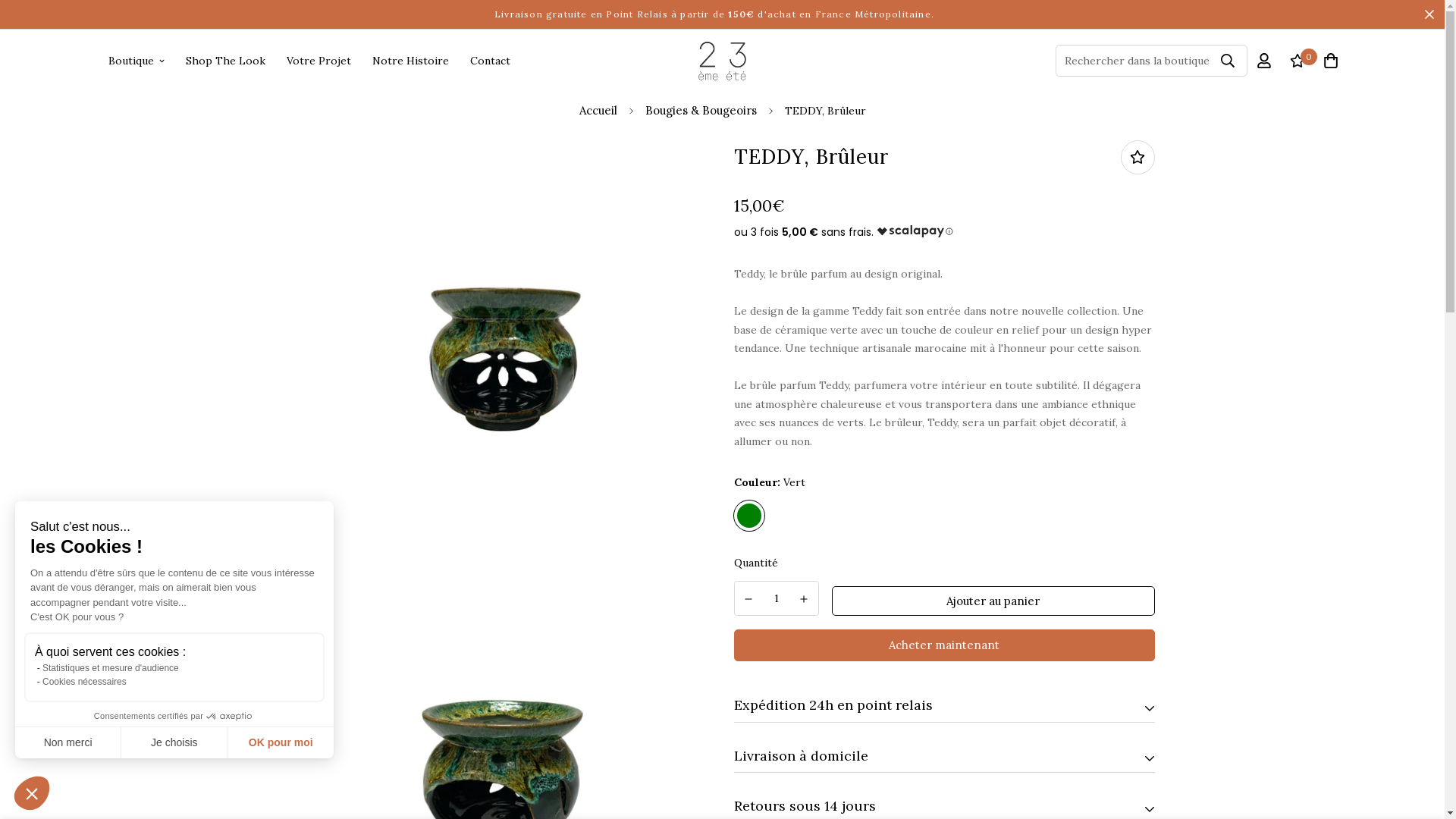 This screenshot has height=819, width=1456. Describe the element at coordinates (409, 60) in the screenshot. I see `'Notre Histoire'` at that location.